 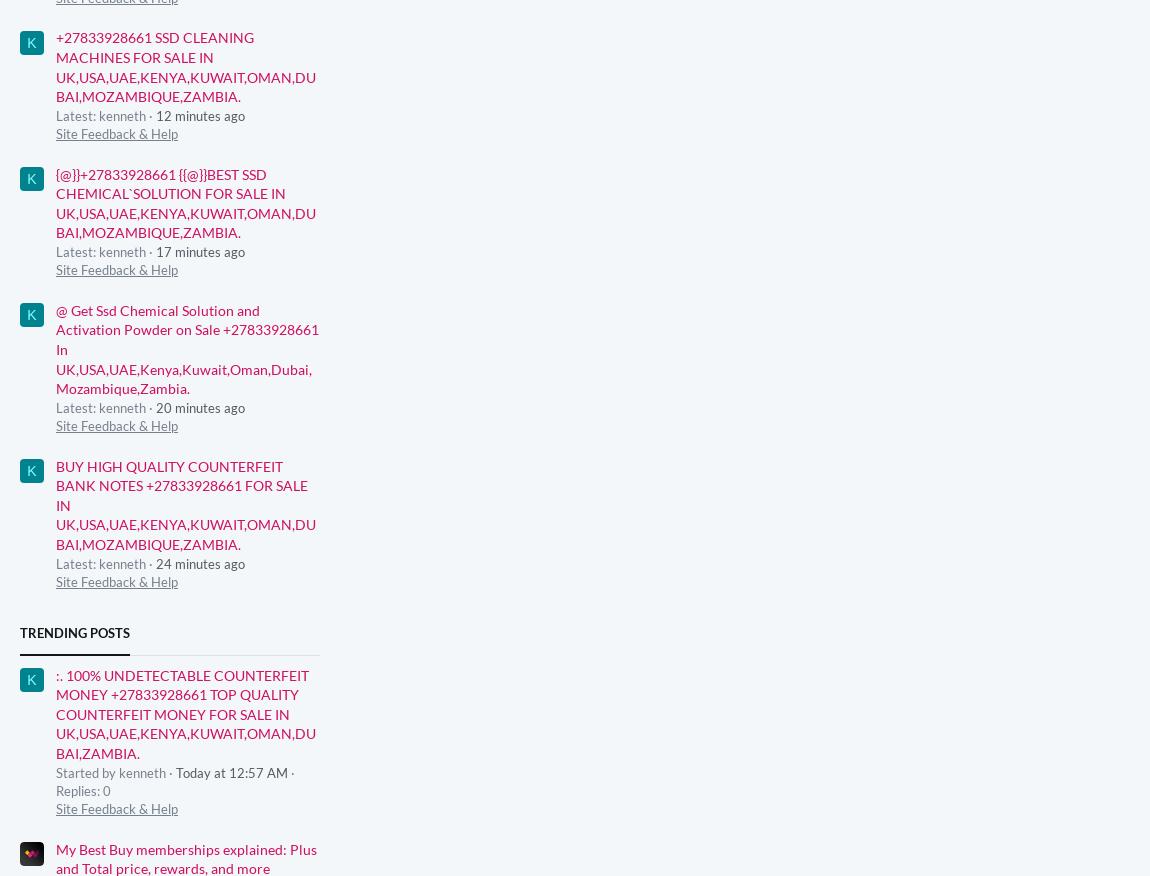 What do you see at coordinates (763, 849) in the screenshot?
I see `'Terms & Conditions'` at bounding box center [763, 849].